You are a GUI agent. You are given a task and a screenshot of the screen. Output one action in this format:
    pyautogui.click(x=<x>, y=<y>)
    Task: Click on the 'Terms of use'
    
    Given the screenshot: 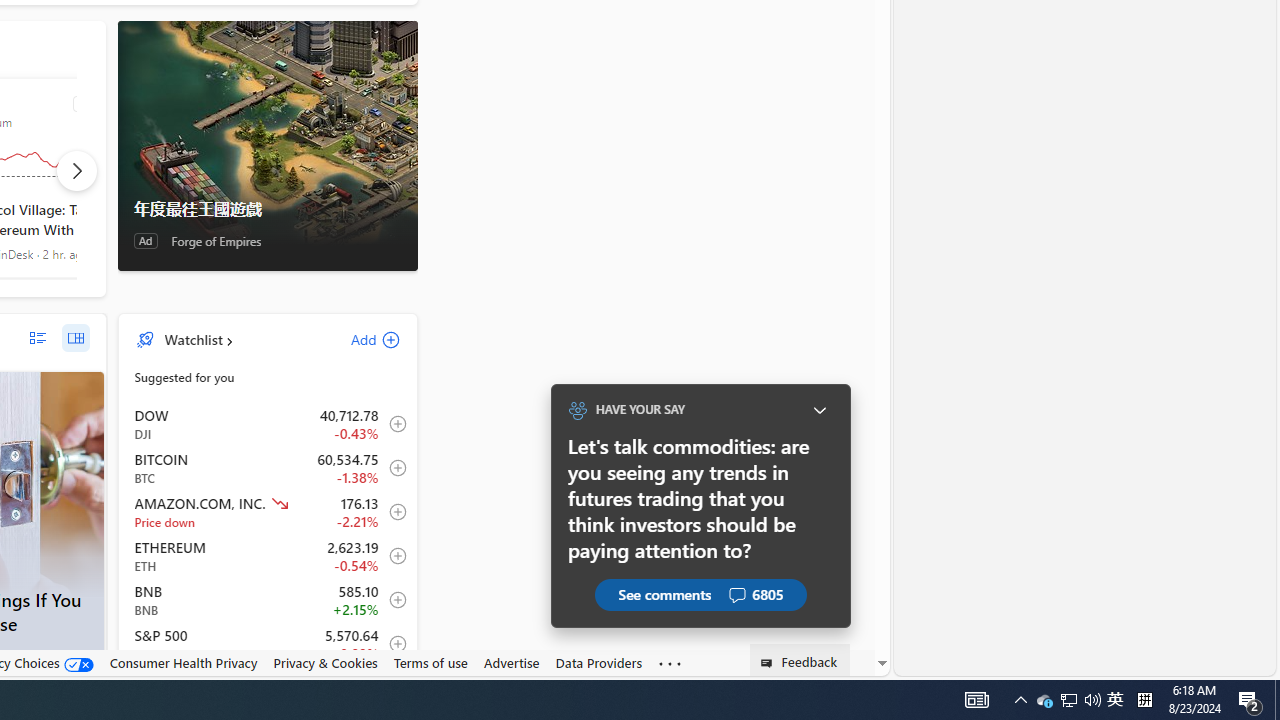 What is the action you would take?
    pyautogui.click(x=429, y=662)
    